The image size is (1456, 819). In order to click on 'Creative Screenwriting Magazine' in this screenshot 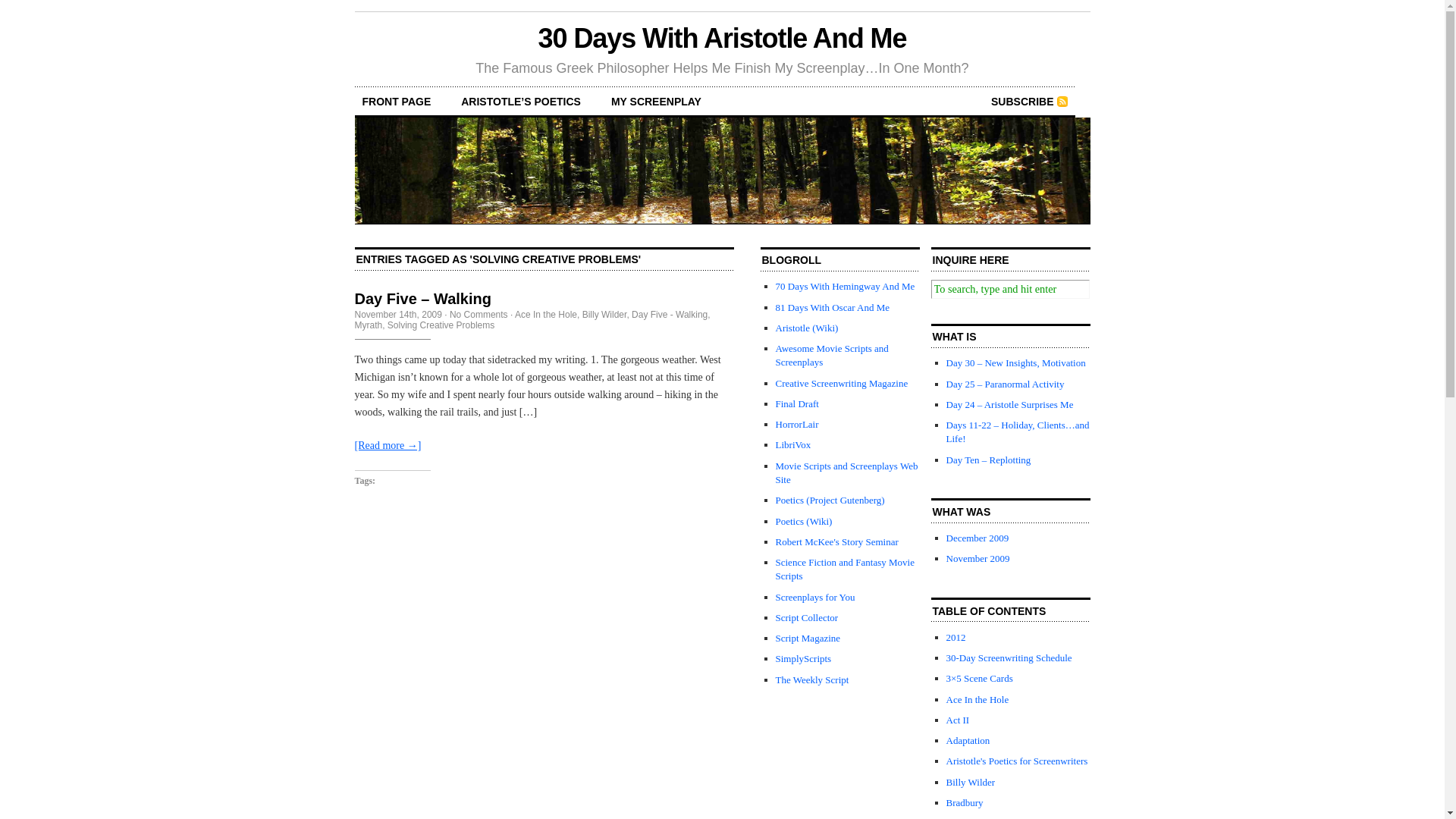, I will do `click(840, 382)`.